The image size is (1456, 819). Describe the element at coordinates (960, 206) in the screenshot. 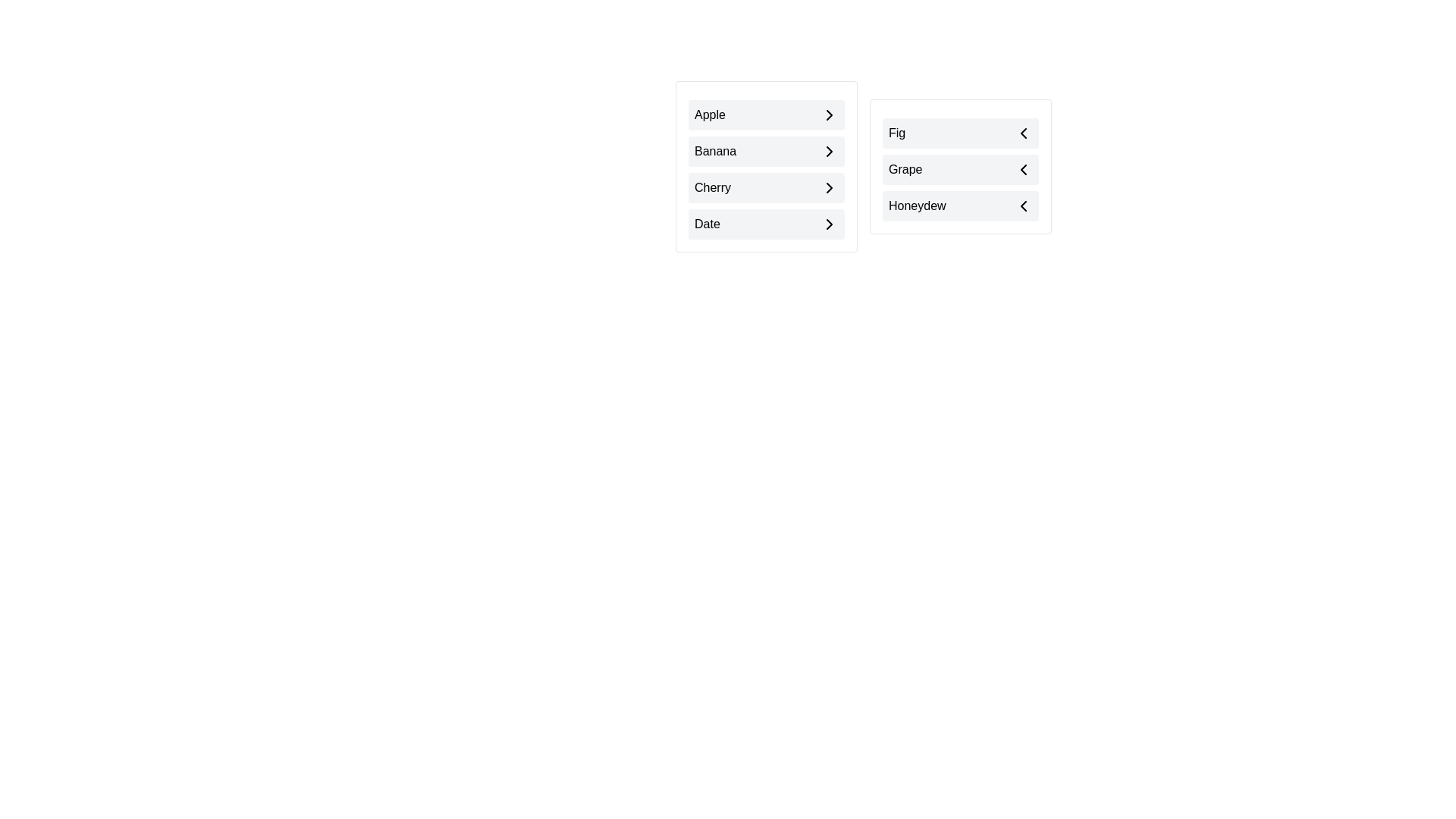

I see `the item Honeydew in the list` at that location.